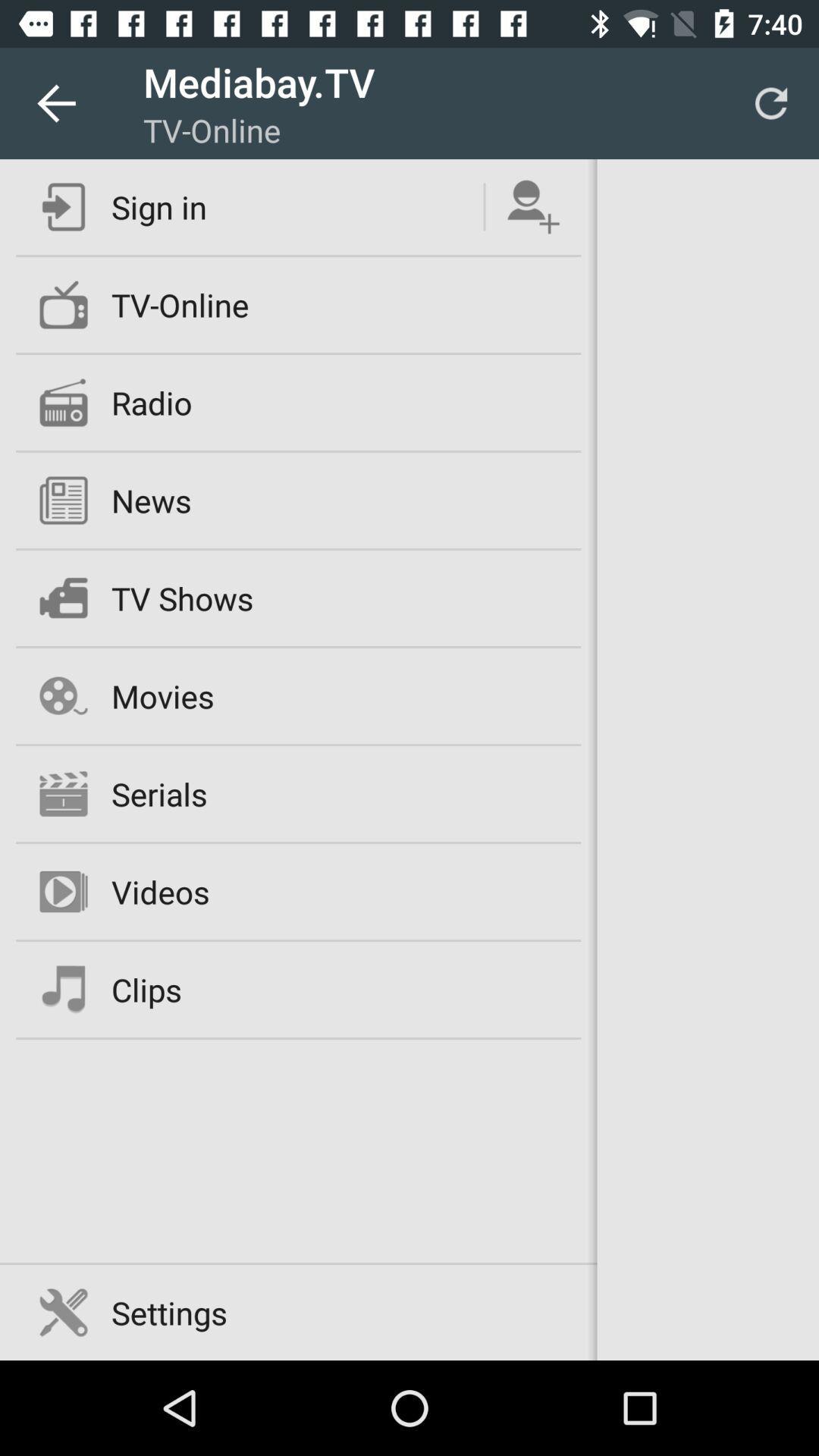  What do you see at coordinates (181, 597) in the screenshot?
I see `tv shows icon` at bounding box center [181, 597].